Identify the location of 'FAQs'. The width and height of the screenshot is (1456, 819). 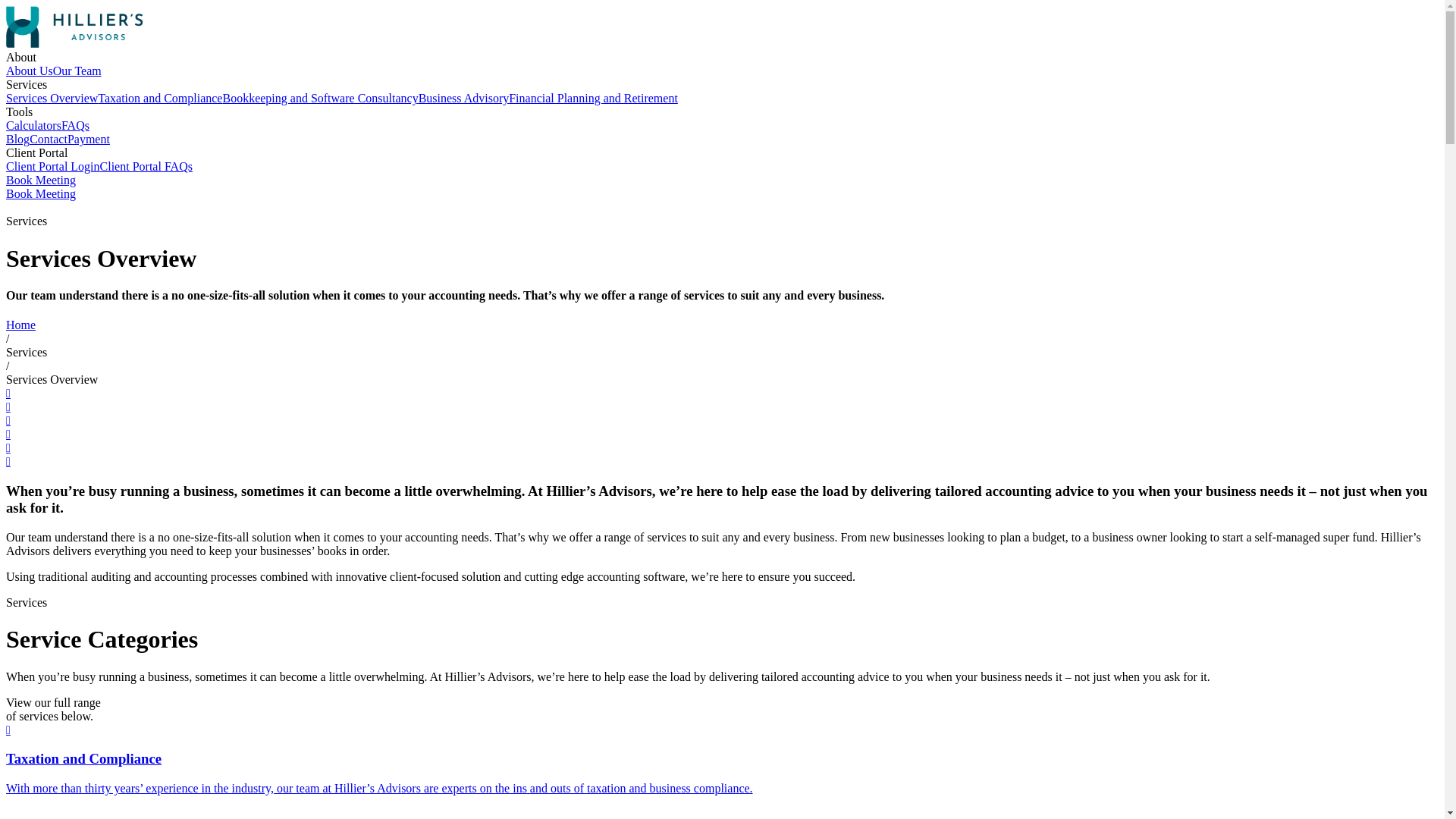
(74, 124).